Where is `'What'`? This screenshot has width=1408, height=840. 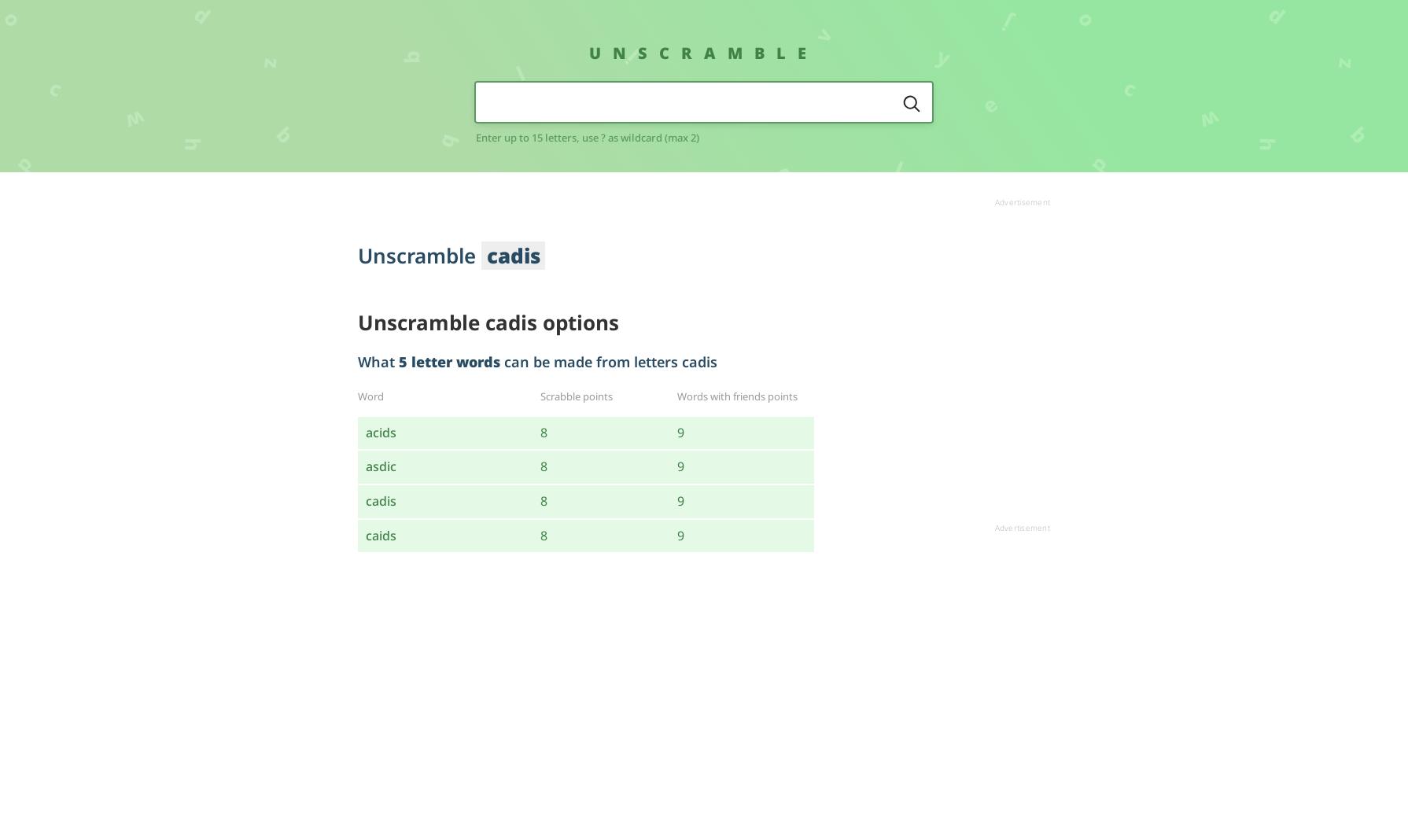
'What' is located at coordinates (357, 361).